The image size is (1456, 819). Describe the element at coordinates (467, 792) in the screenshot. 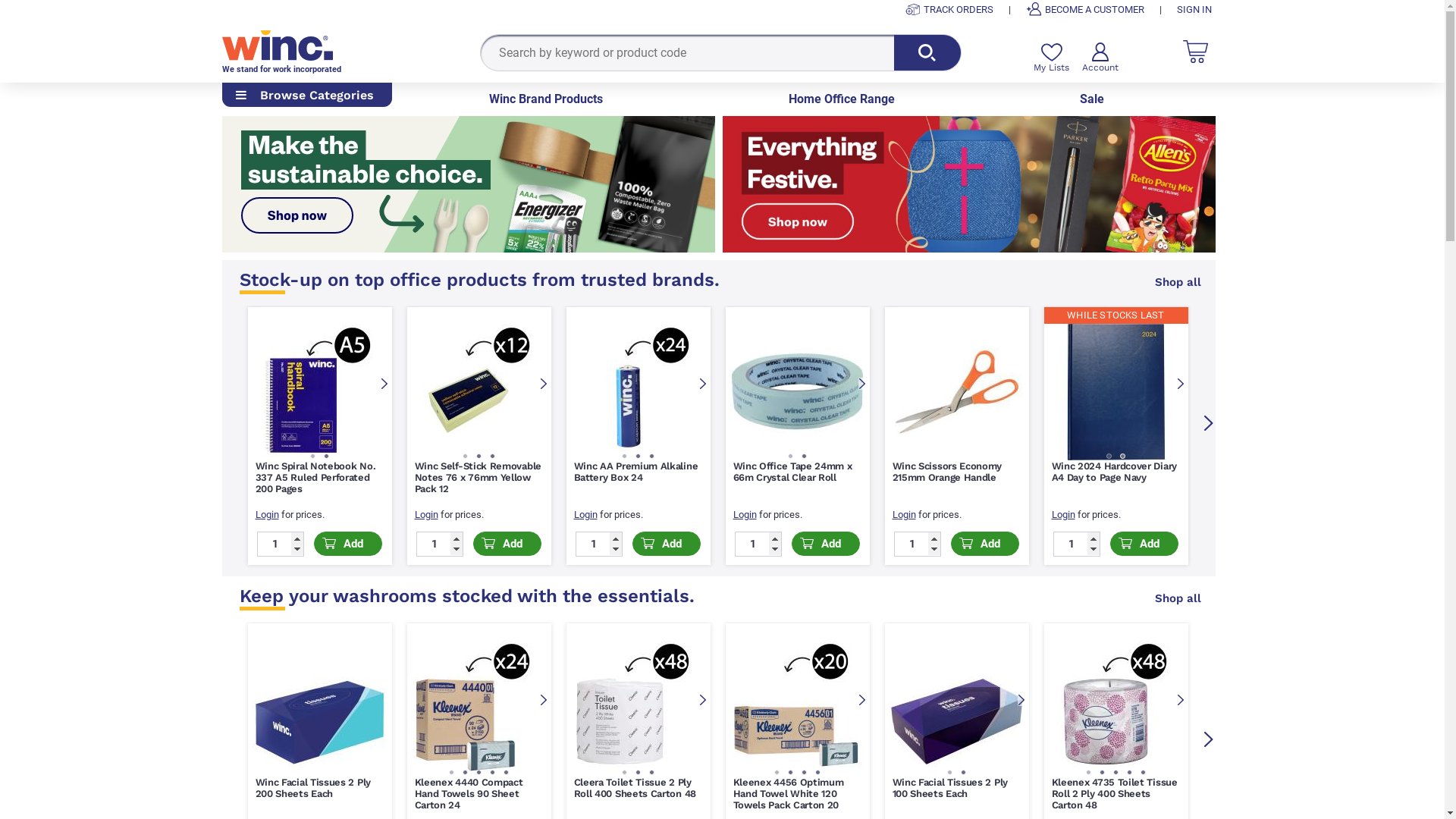

I see `'Kleenex 4440 Compact Hand Towels 90 Sheet Carton 24'` at that location.